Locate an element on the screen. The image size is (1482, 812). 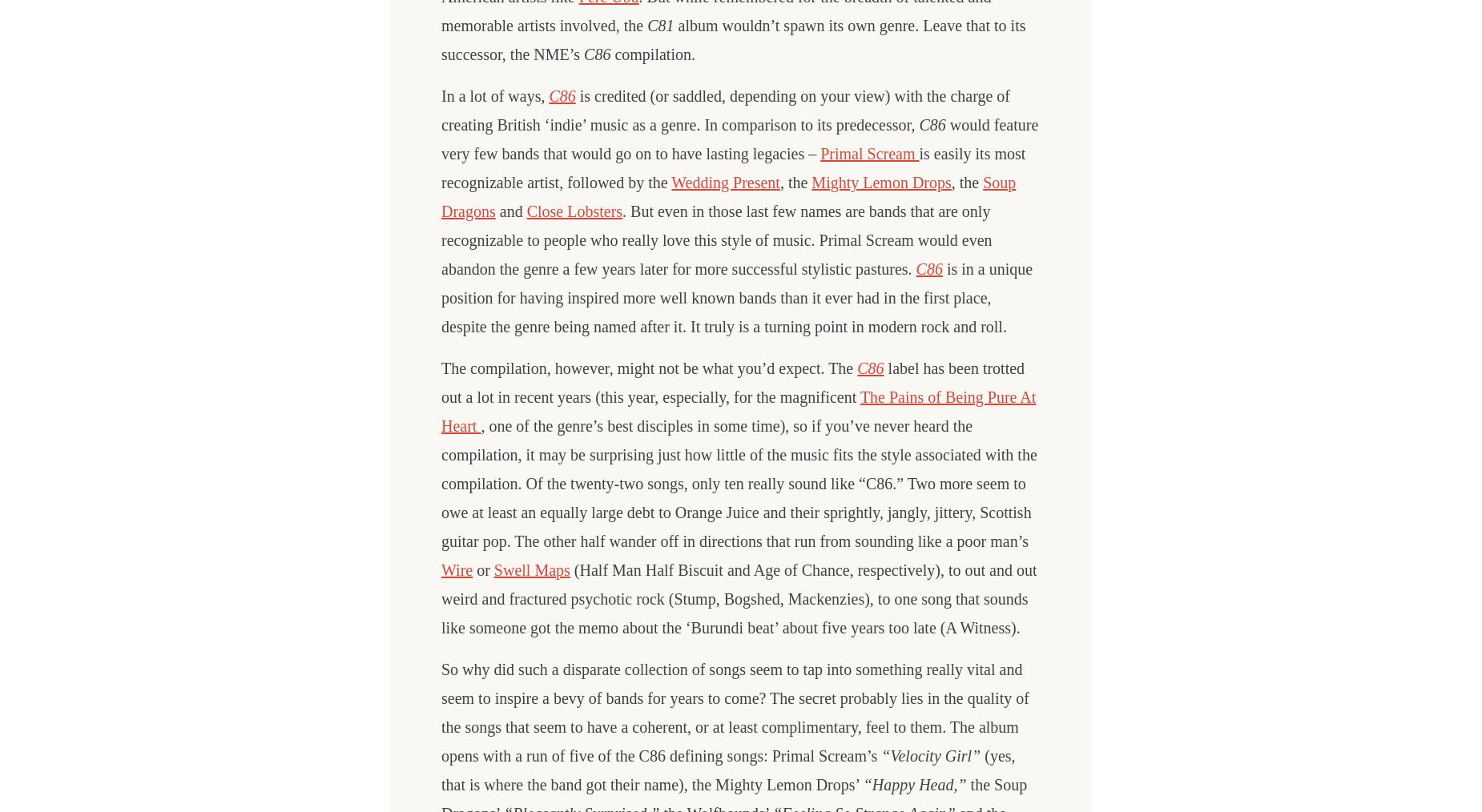
'In a lot of ways,' is located at coordinates (495, 95).